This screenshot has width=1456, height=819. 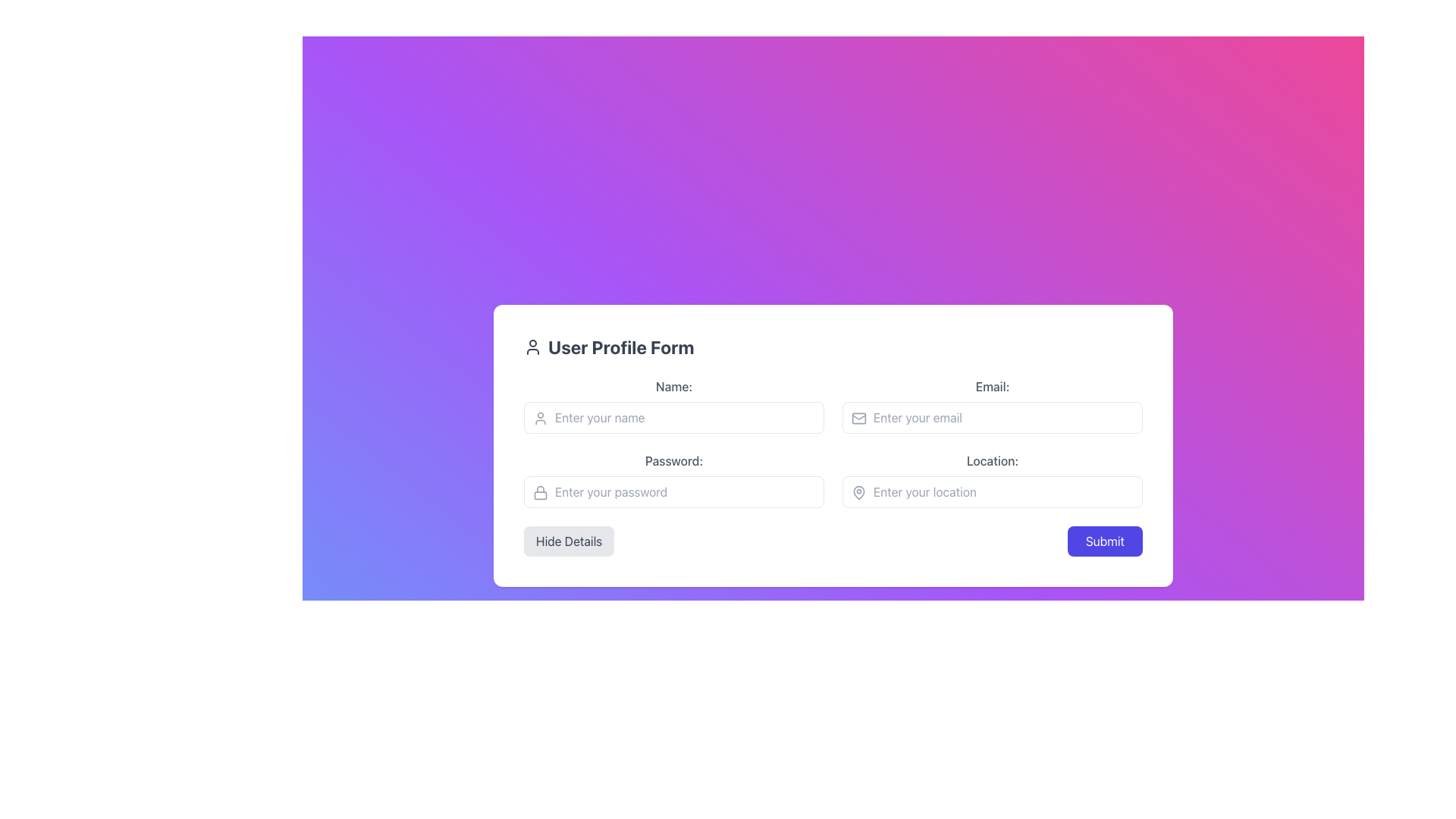 I want to click on accessibility attributes of the pin icon graphic located within the 'Location' input field, which symbolizes location with a minimalistic design and is positioned to the left inside the input field, so click(x=858, y=493).